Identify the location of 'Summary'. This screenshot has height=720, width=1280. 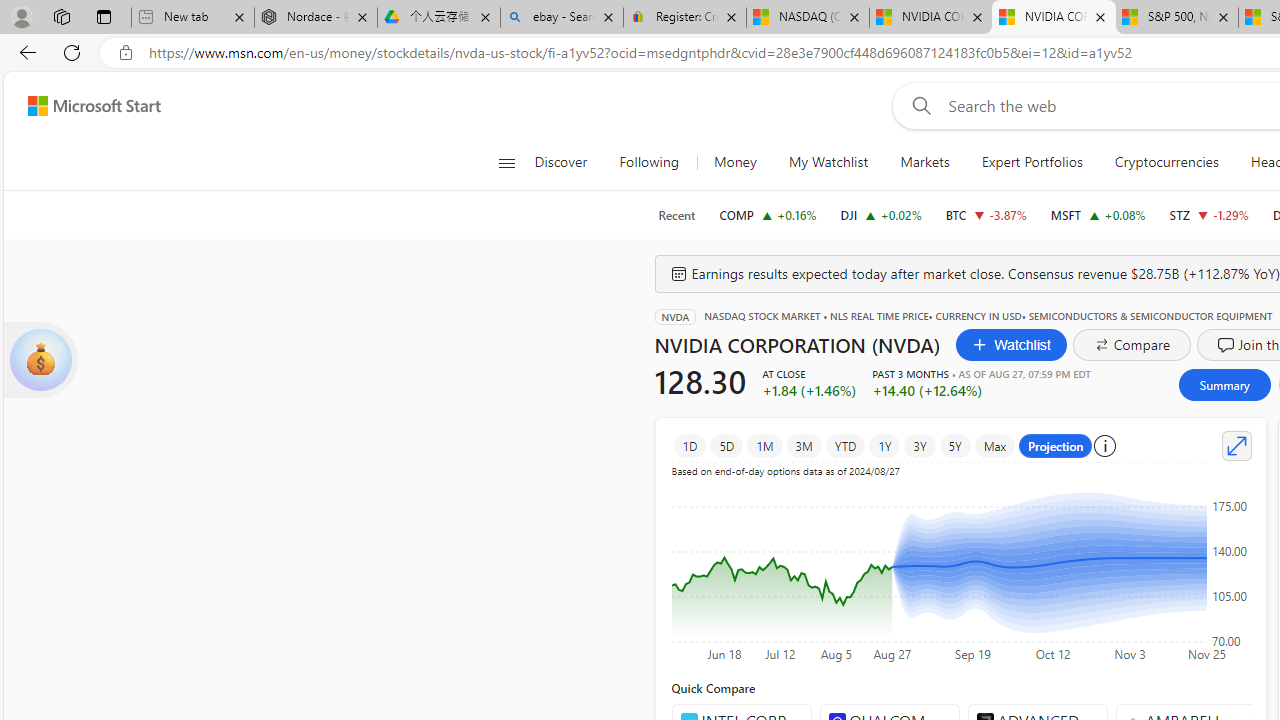
(1223, 384).